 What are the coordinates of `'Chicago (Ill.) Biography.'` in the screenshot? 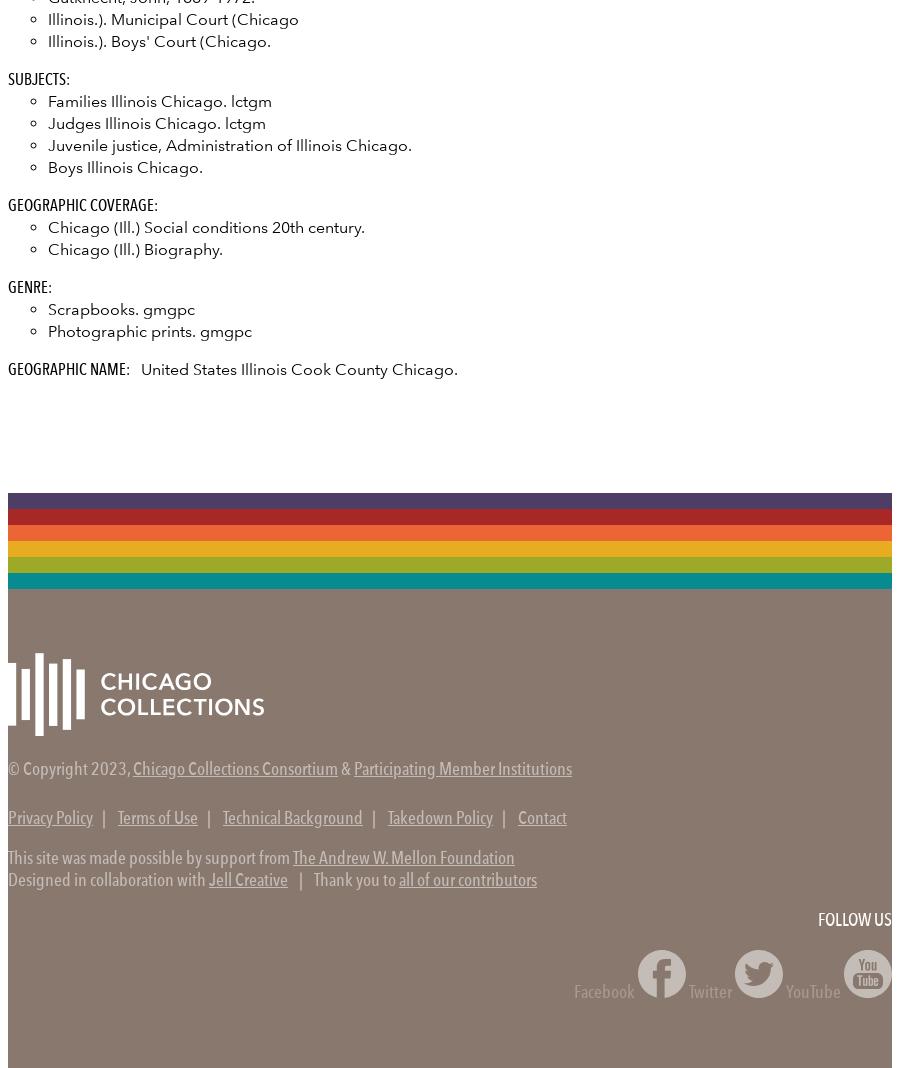 It's located at (135, 248).